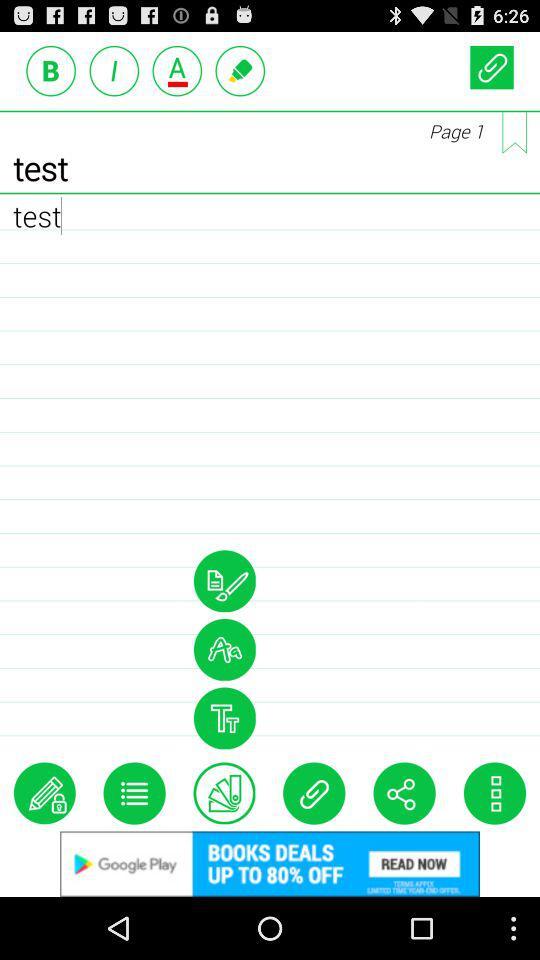 This screenshot has height=960, width=540. What do you see at coordinates (223, 793) in the screenshot?
I see `tags` at bounding box center [223, 793].